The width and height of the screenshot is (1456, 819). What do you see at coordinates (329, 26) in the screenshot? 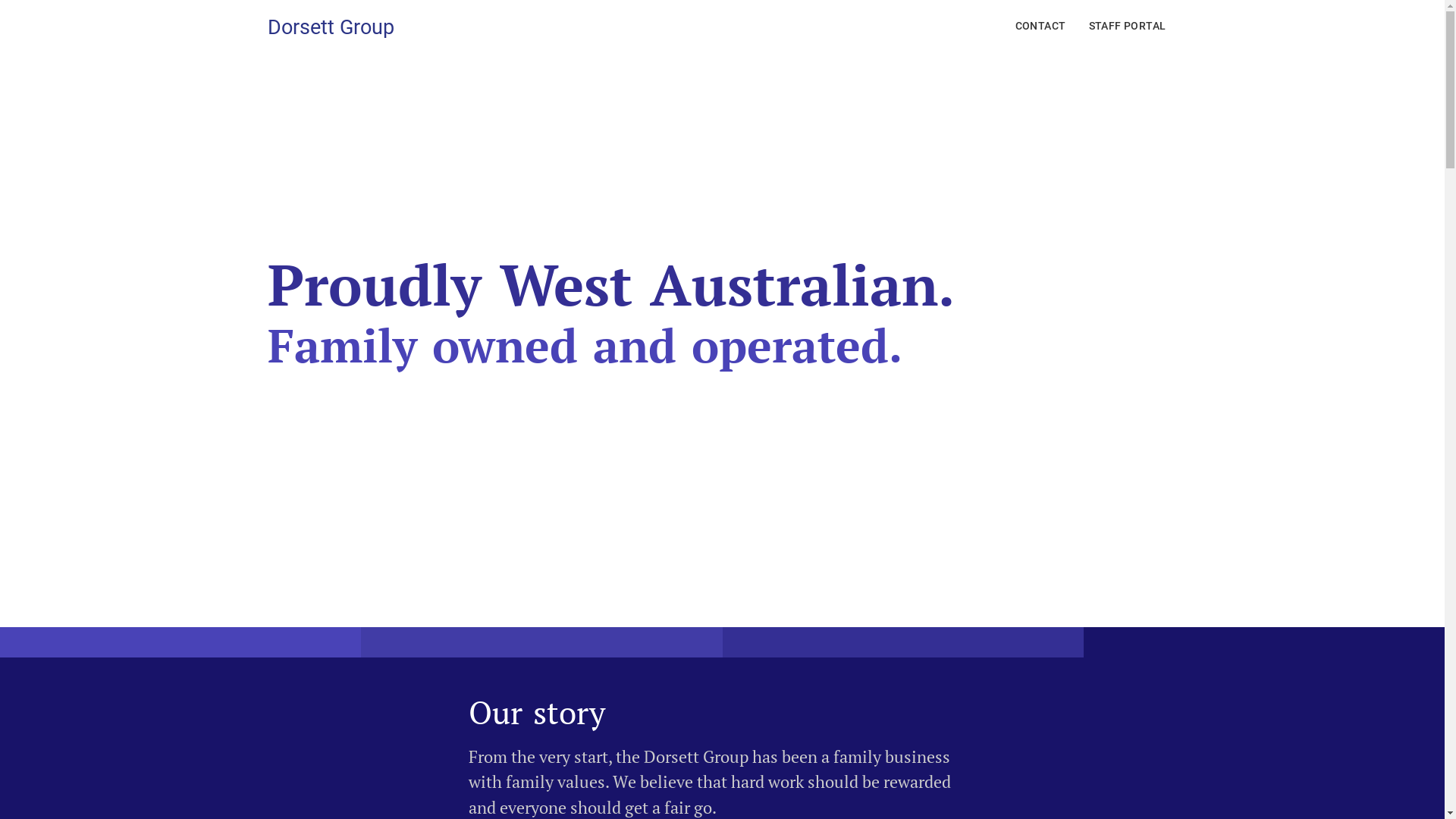
I see `'Dorsett Group'` at bounding box center [329, 26].